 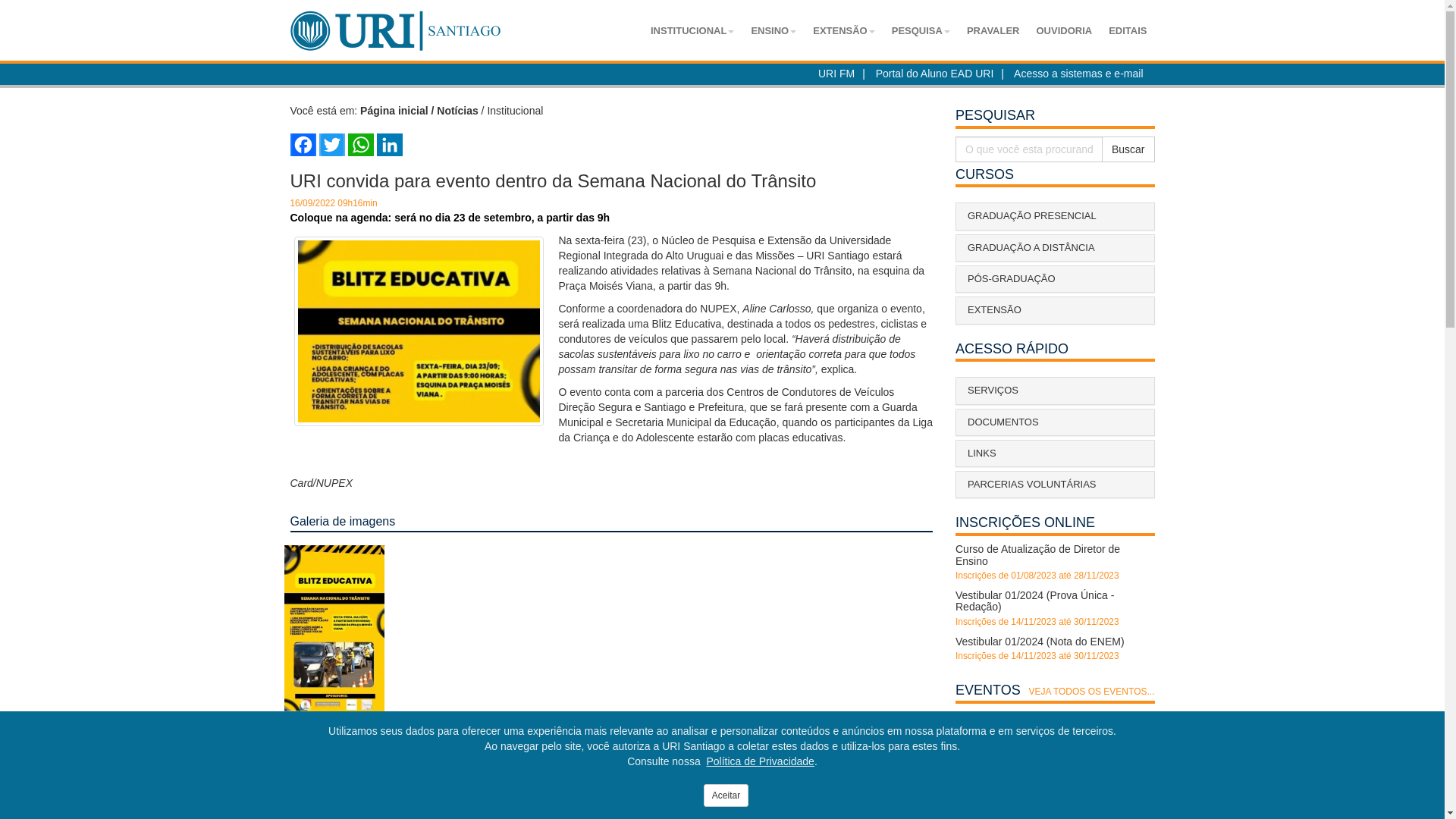 What do you see at coordinates (993, 31) in the screenshot?
I see `'PRAVALER'` at bounding box center [993, 31].